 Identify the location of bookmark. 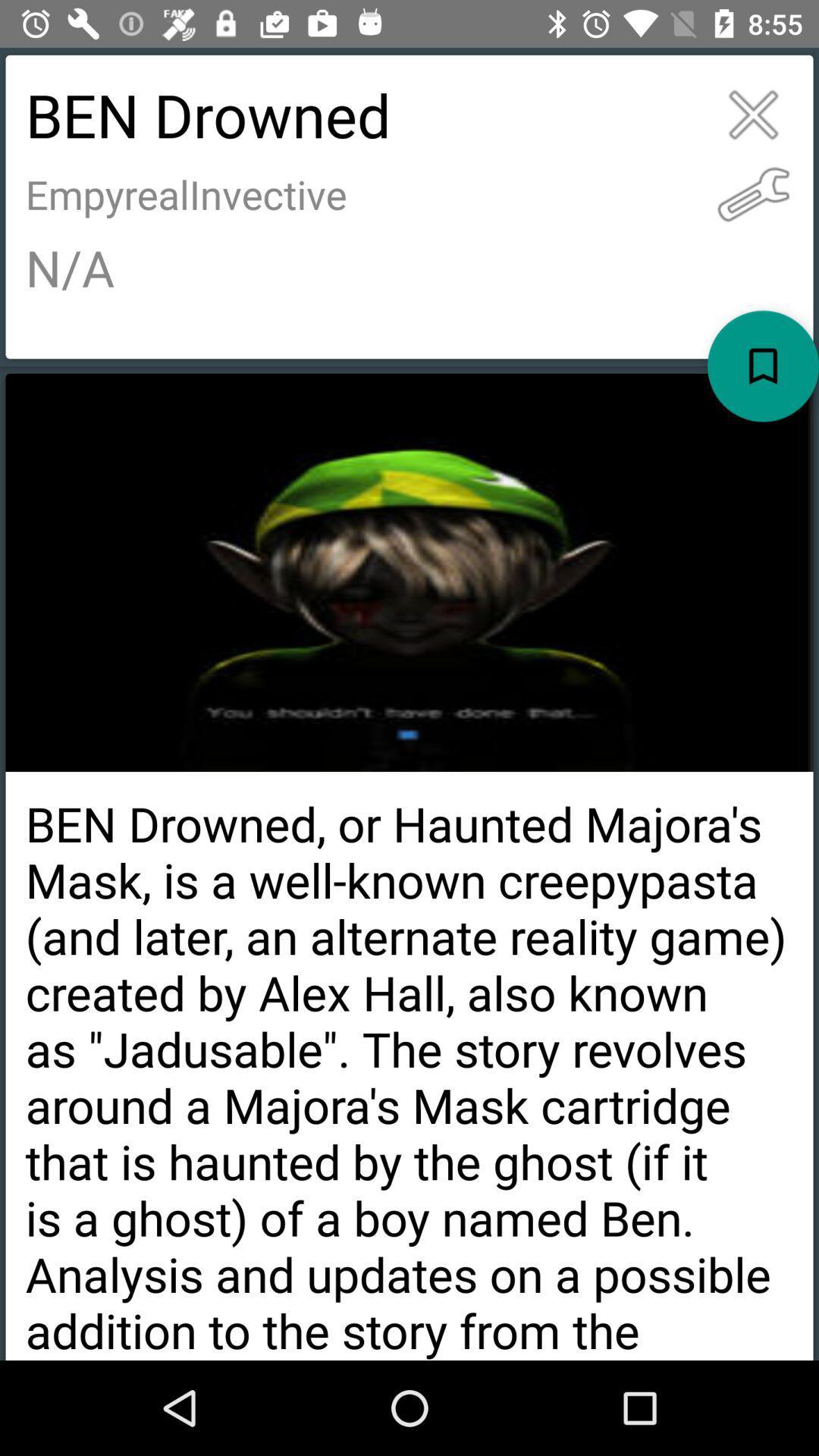
(763, 366).